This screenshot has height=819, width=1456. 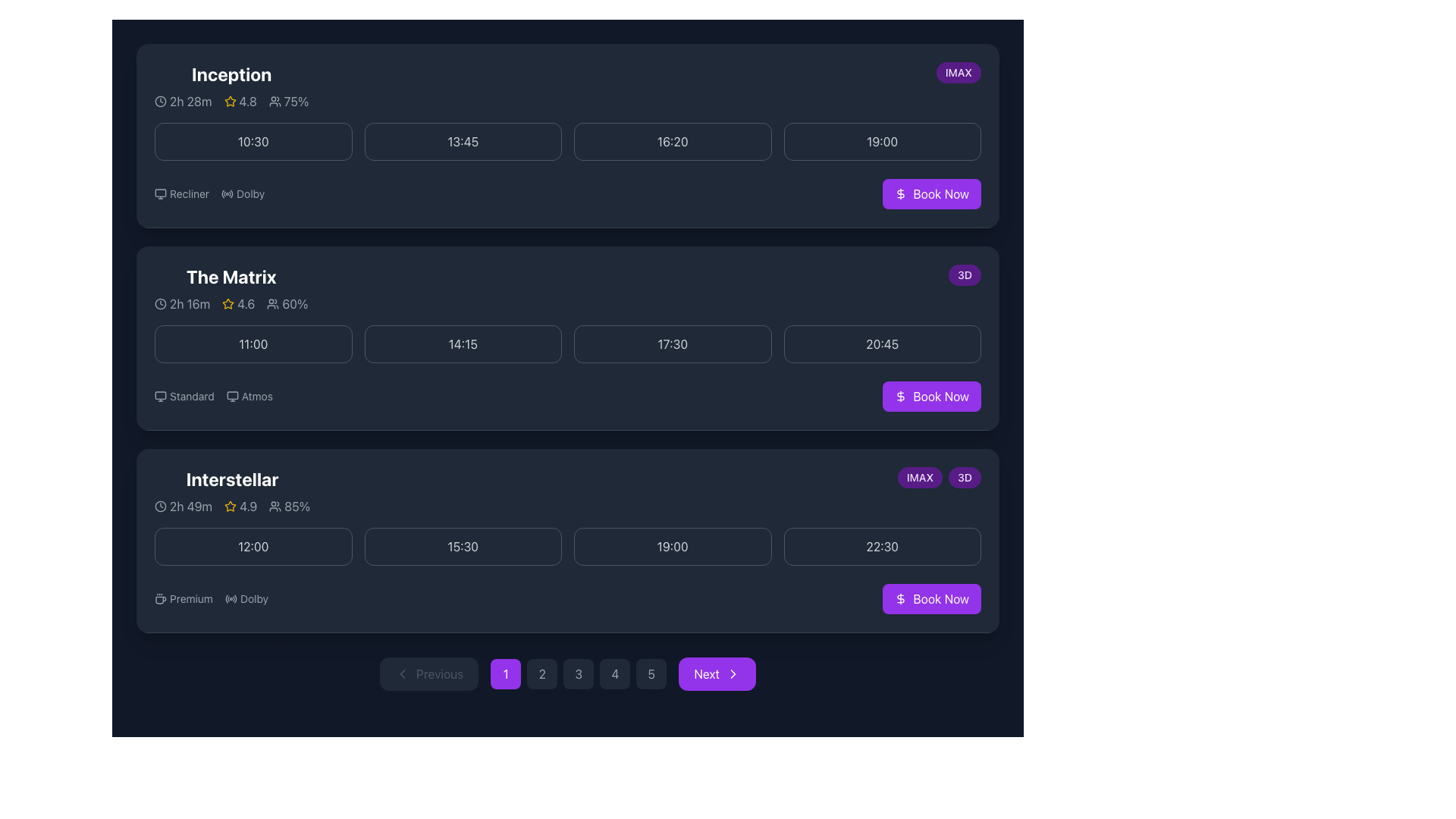 What do you see at coordinates (733, 673) in the screenshot?
I see `the 'Next' button located at the bottom-right corner of the interface` at bounding box center [733, 673].